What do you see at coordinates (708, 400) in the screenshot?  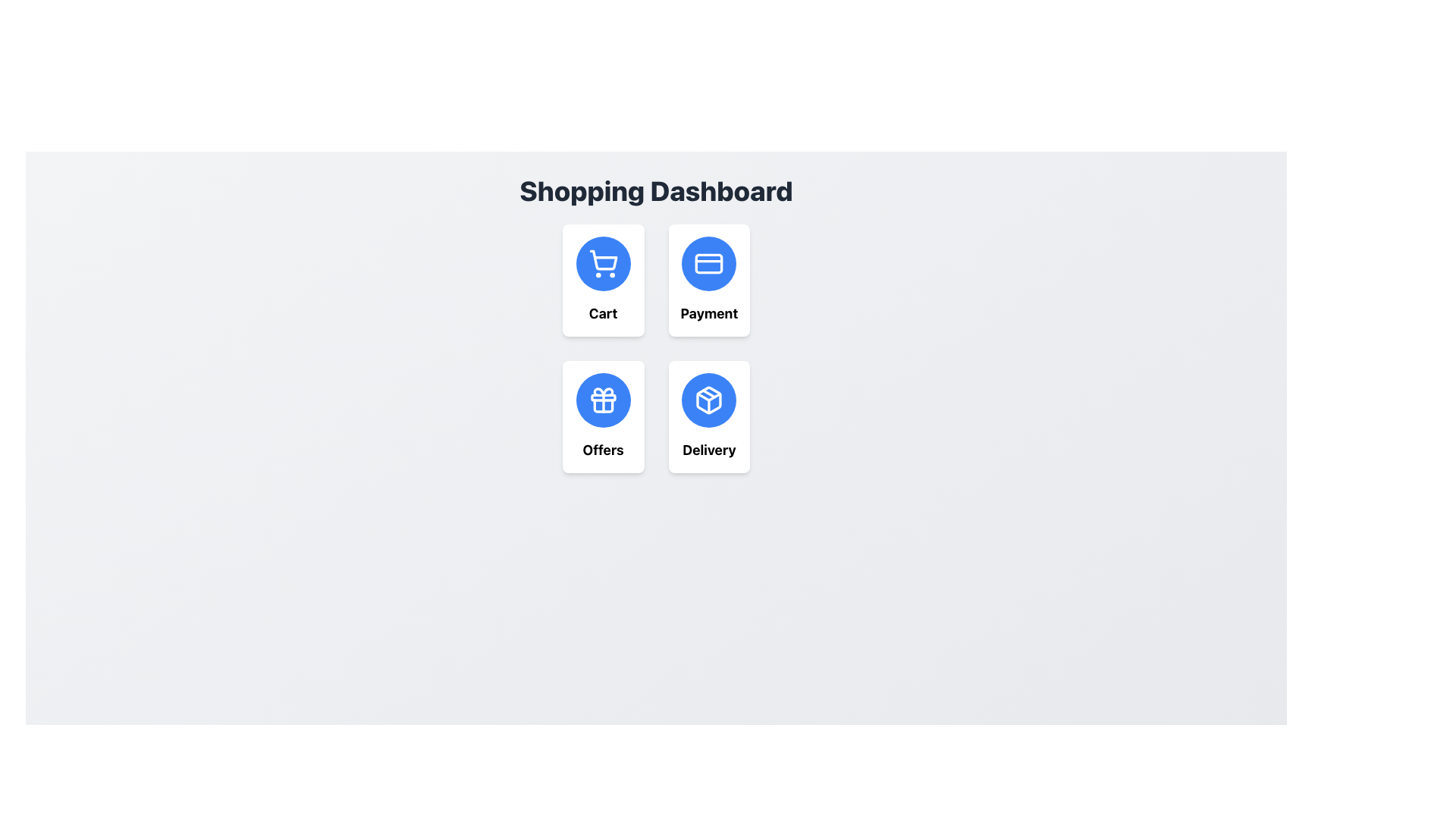 I see `the blue circular icon with a white outline of a box-like package, located in the lower right button of the 'Delivery' action button grid` at bounding box center [708, 400].